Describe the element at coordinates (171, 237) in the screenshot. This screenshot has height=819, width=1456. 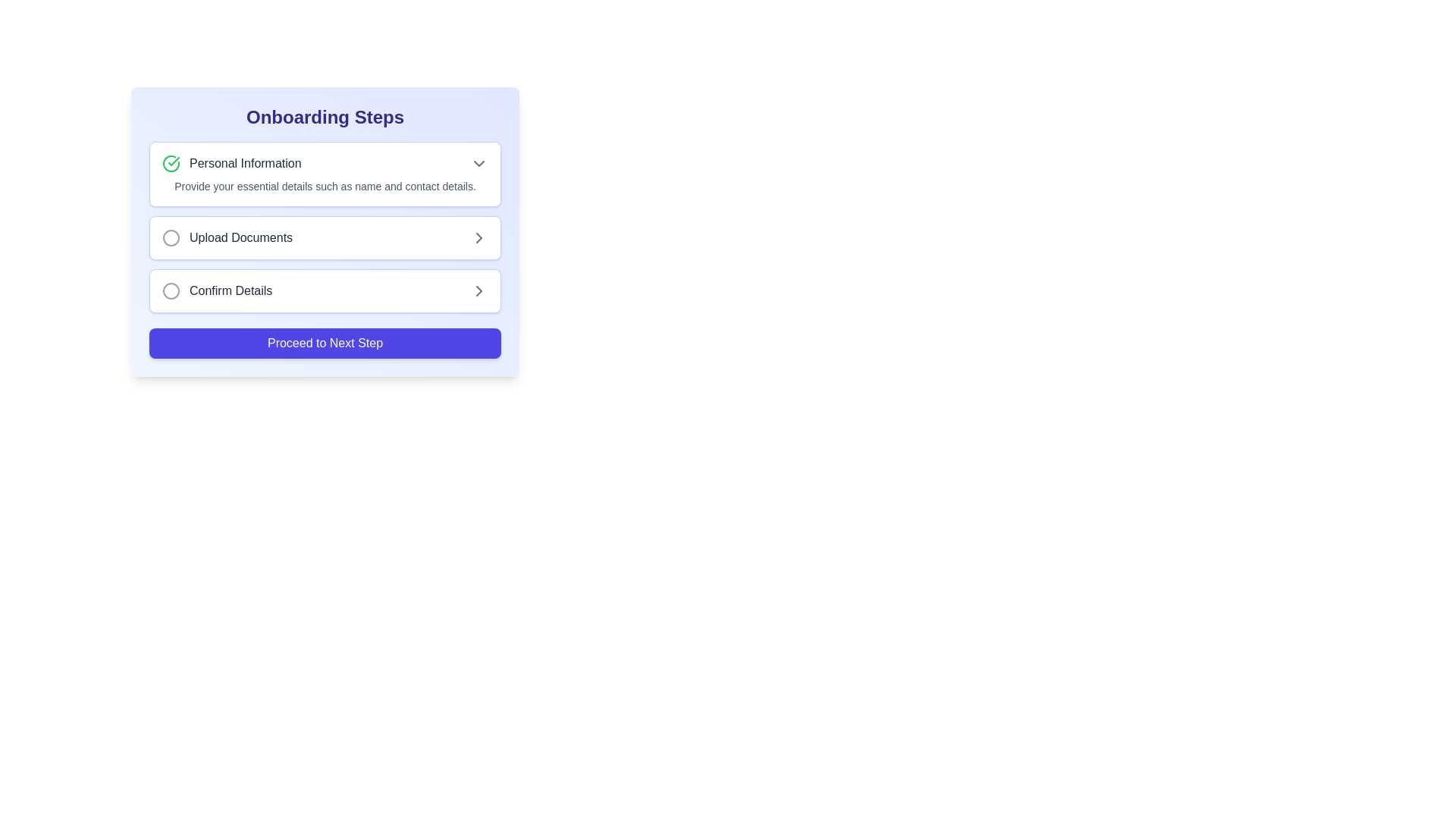
I see `the circular icon with a thin outline and no fill, positioned to the left of the 'Upload Documents' text in the onboarding list` at that location.